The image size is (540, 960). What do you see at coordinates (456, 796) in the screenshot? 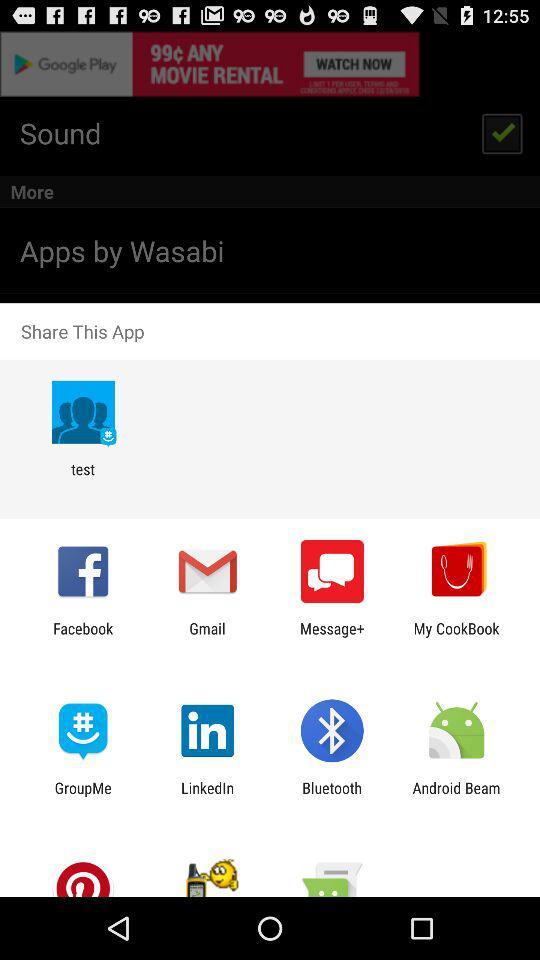
I see `item to the right of bluetooth app` at bounding box center [456, 796].